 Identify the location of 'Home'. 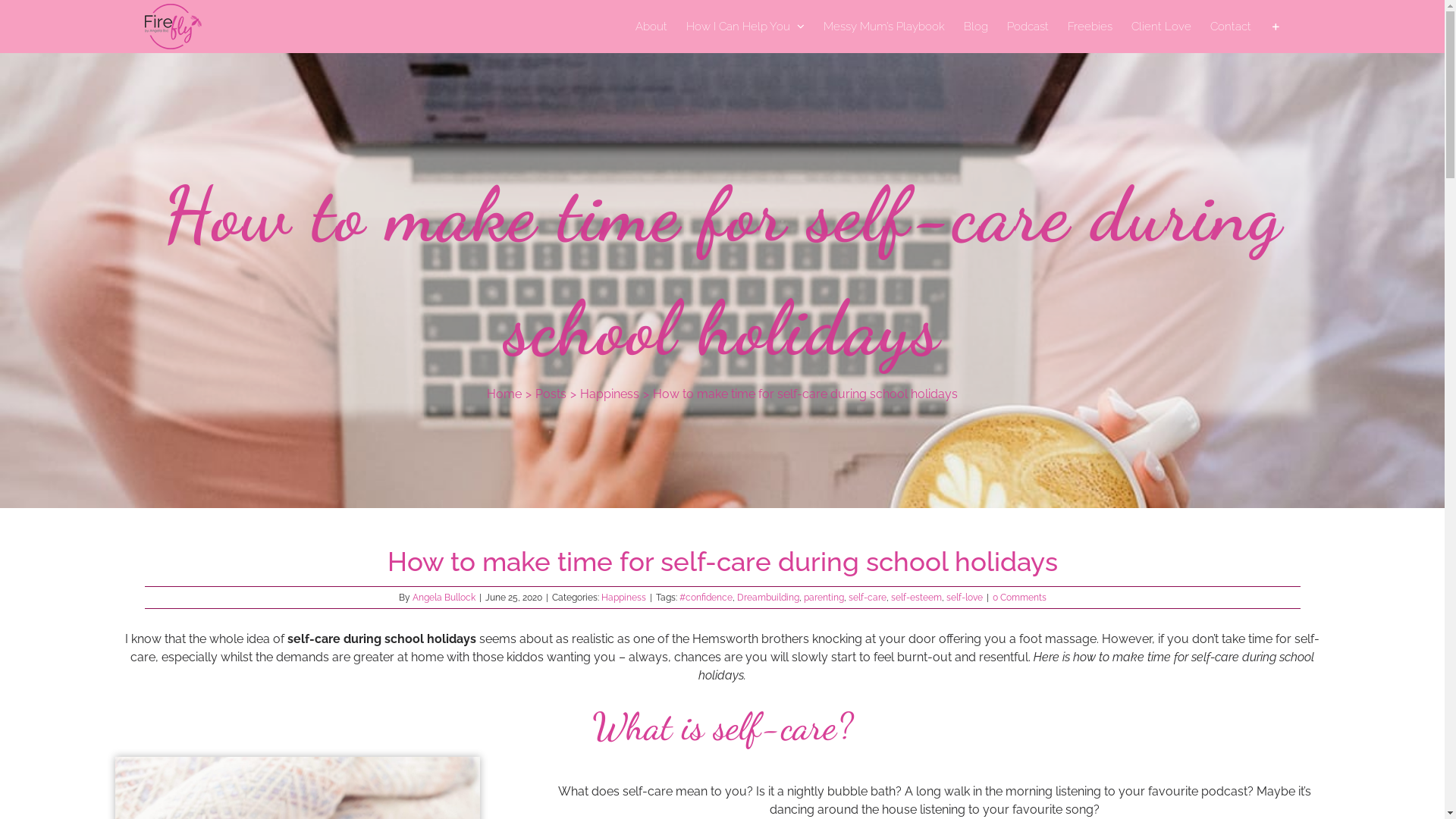
(504, 393).